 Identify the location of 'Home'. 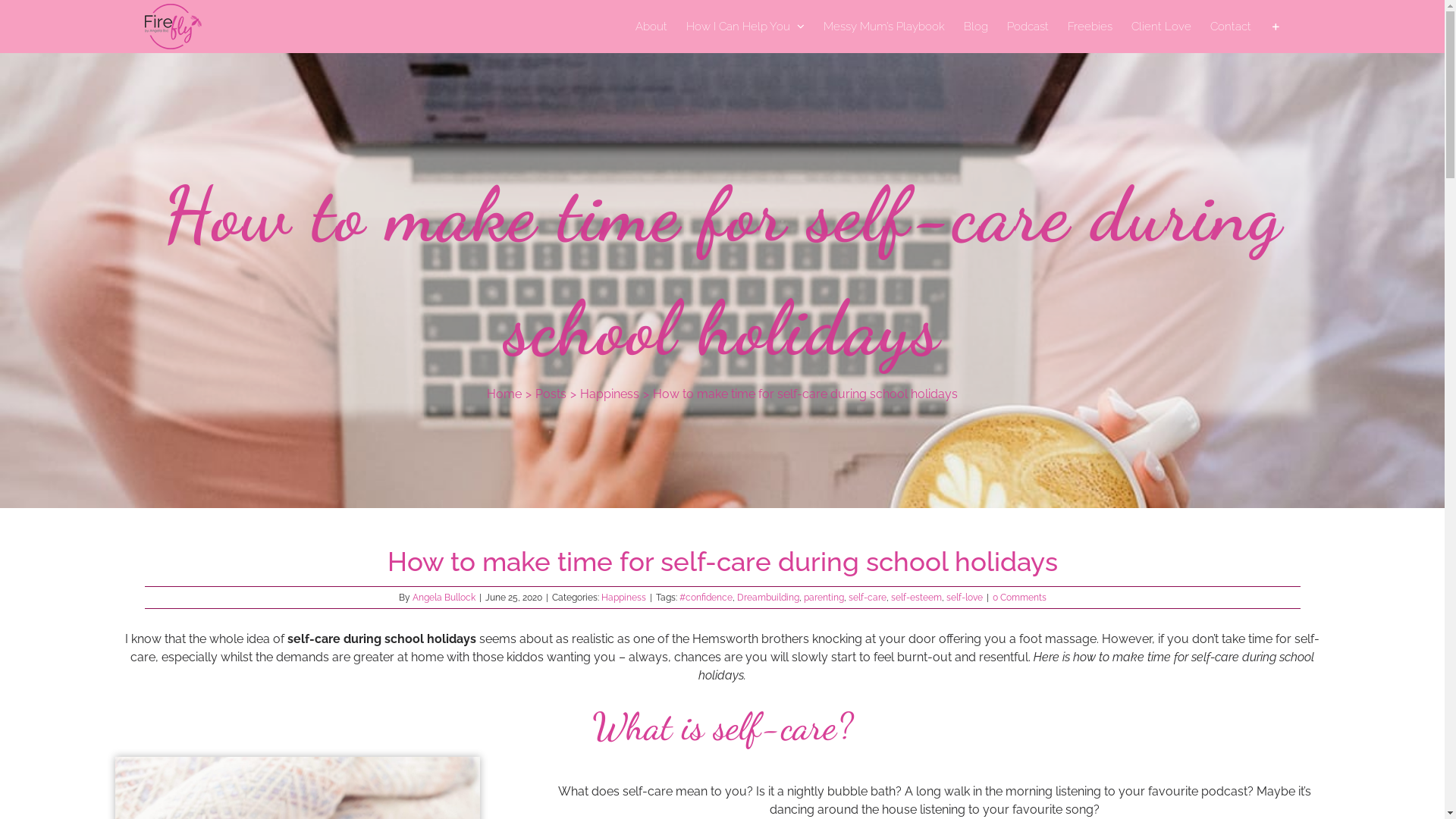
(504, 393).